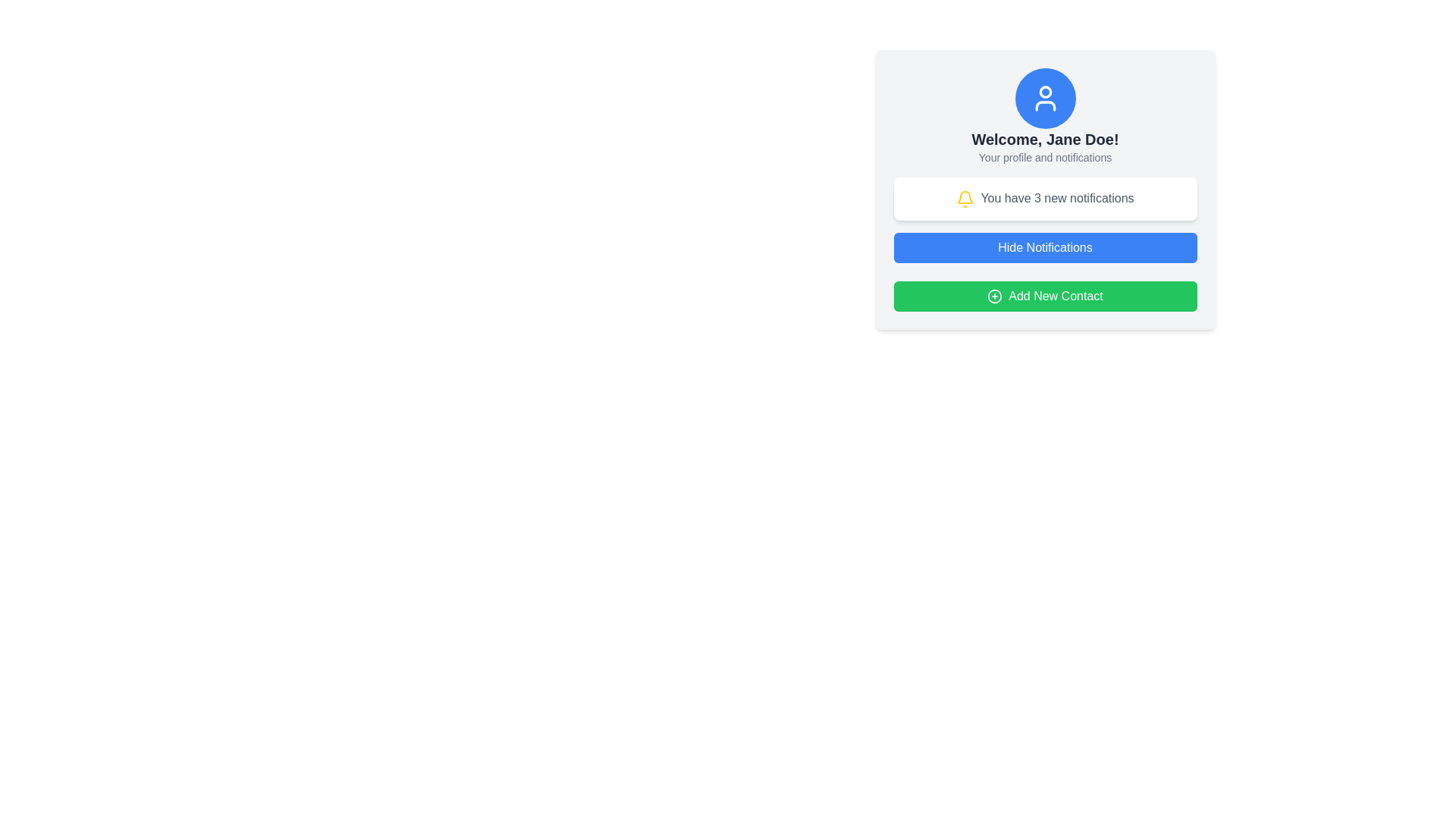 The height and width of the screenshot is (819, 1456). What do you see at coordinates (1044, 158) in the screenshot?
I see `the informational subtitle text label located below the 'Welcome, Jane Doe!' text, summarizing the user's profile and notifications` at bounding box center [1044, 158].